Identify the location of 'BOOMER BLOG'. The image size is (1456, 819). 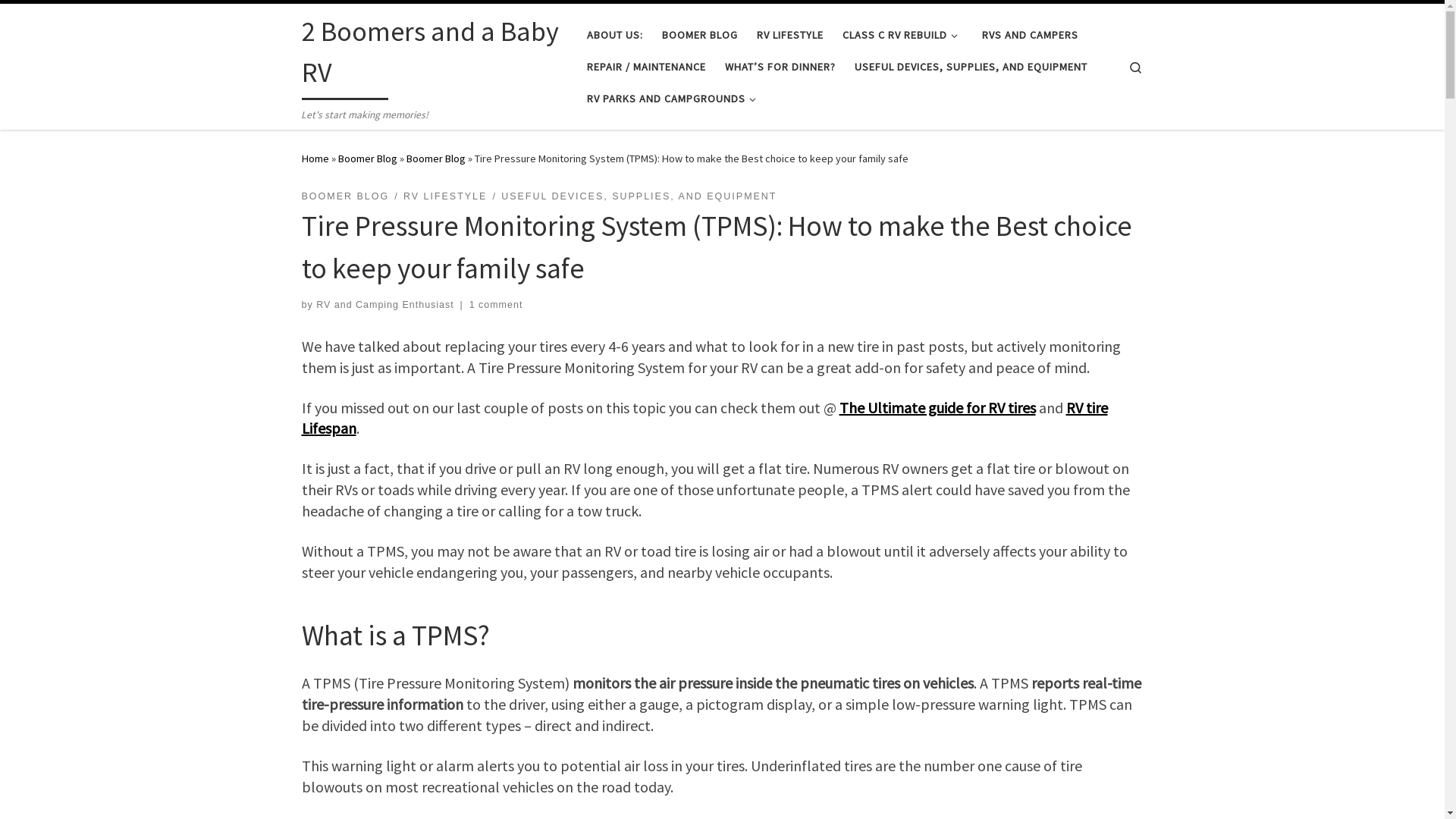
(345, 196).